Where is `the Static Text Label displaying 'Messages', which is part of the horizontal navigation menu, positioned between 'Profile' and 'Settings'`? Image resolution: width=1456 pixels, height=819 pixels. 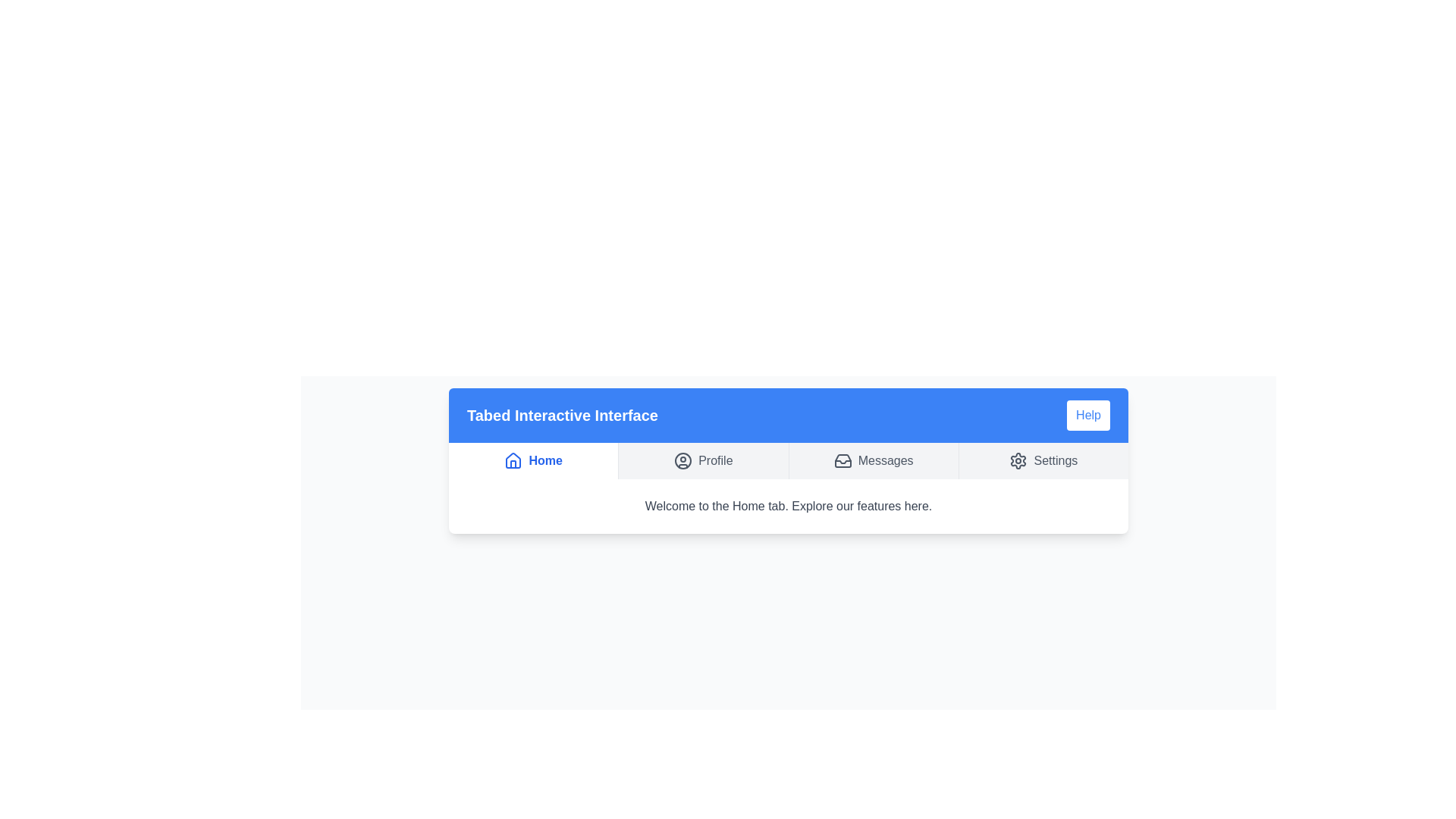
the Static Text Label displaying 'Messages', which is part of the horizontal navigation menu, positioned between 'Profile' and 'Settings' is located at coordinates (886, 460).